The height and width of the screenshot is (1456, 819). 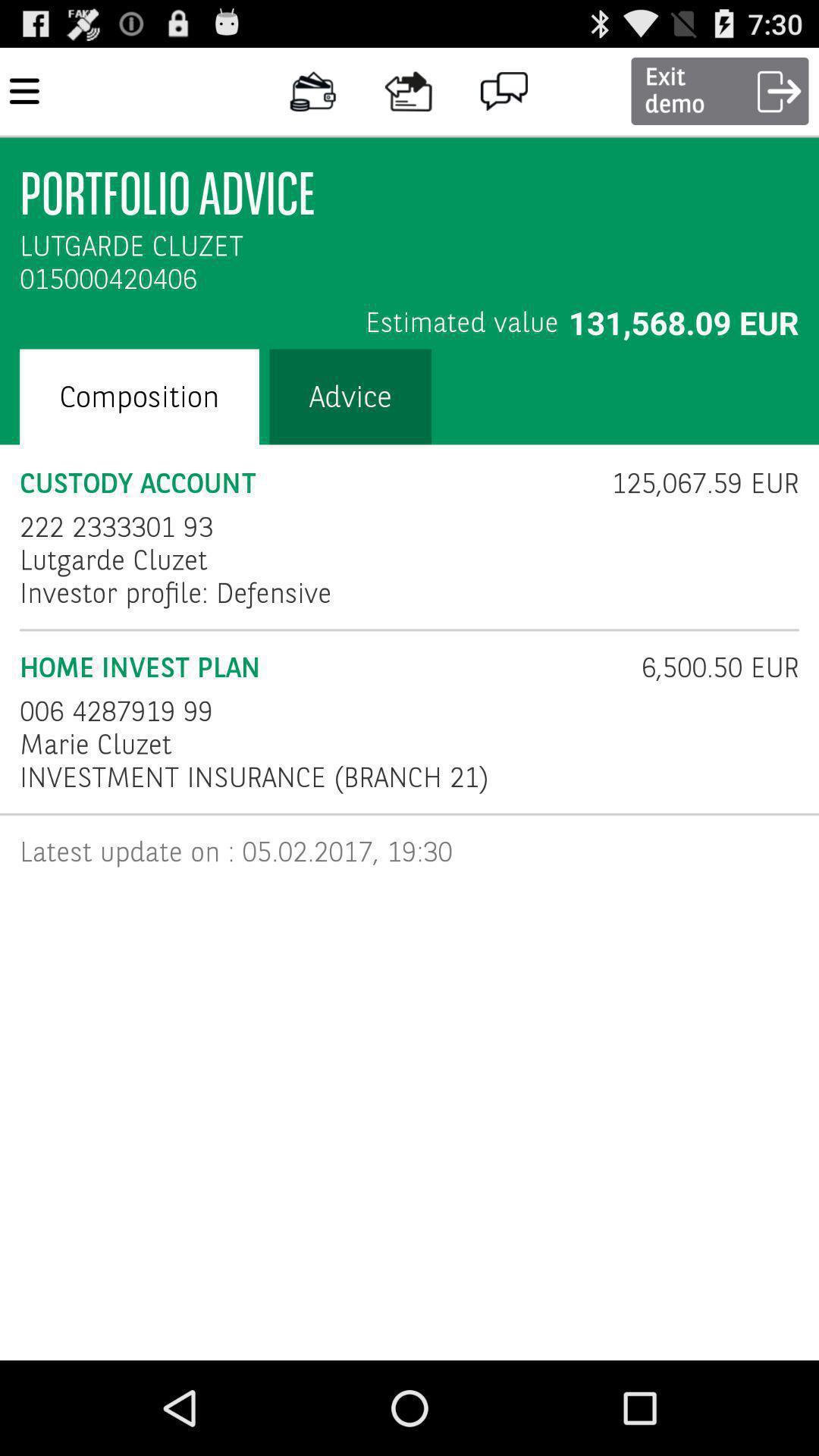 What do you see at coordinates (710, 667) in the screenshot?
I see `checkbox to the right of home invest plan icon` at bounding box center [710, 667].